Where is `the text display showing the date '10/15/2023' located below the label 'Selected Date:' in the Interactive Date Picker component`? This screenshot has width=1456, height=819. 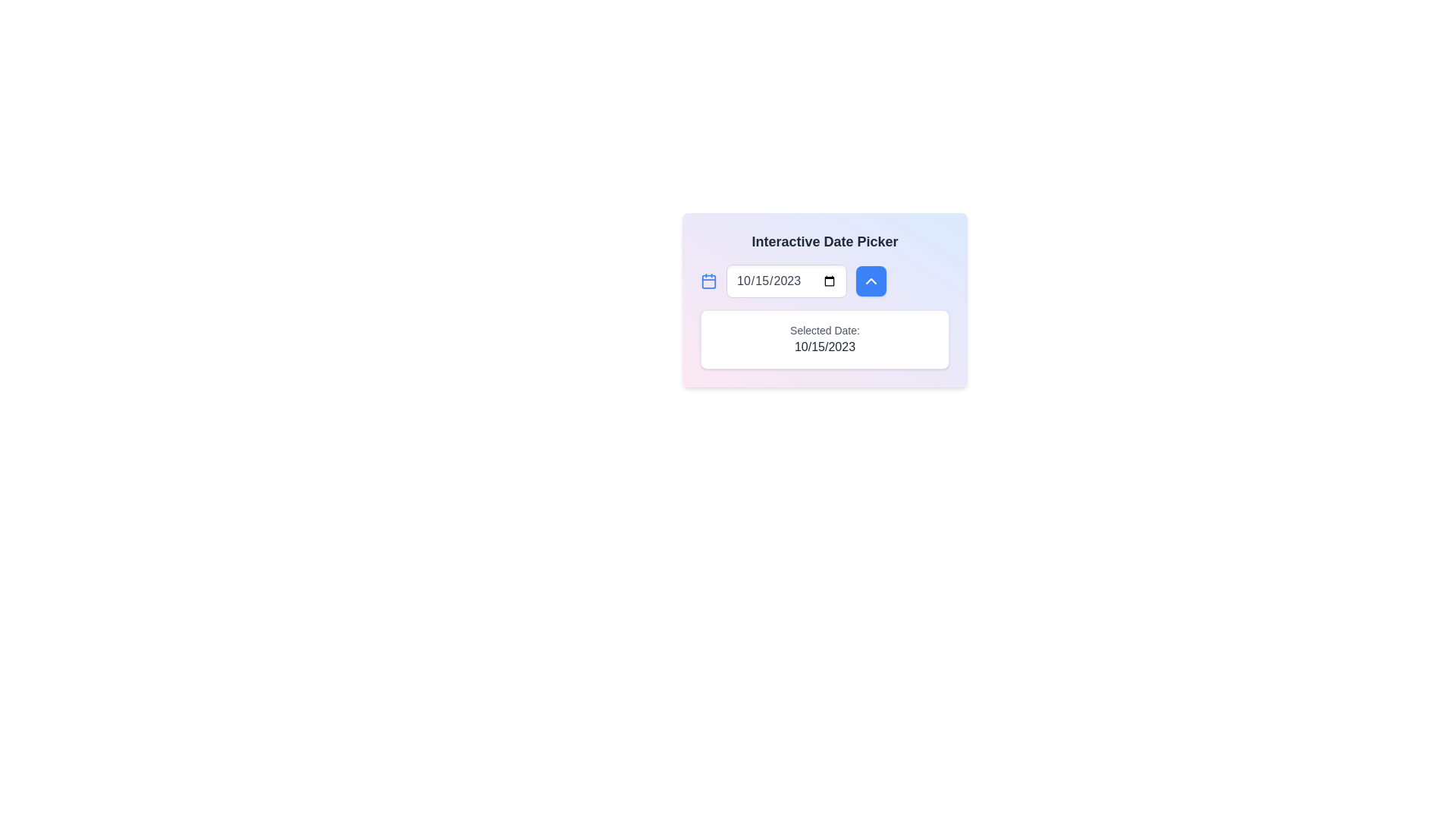 the text display showing the date '10/15/2023' located below the label 'Selected Date:' in the Interactive Date Picker component is located at coordinates (824, 347).